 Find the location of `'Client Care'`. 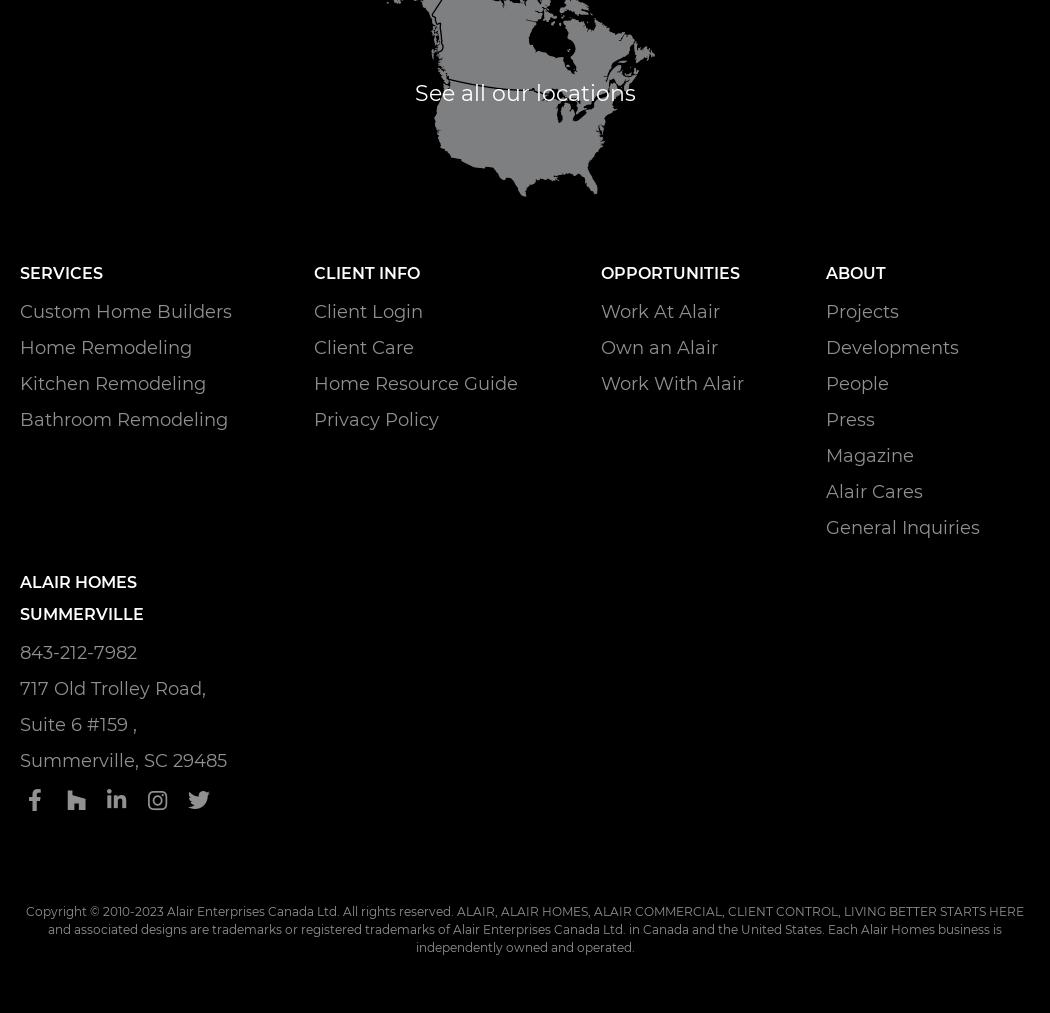

'Client Care' is located at coordinates (363, 346).